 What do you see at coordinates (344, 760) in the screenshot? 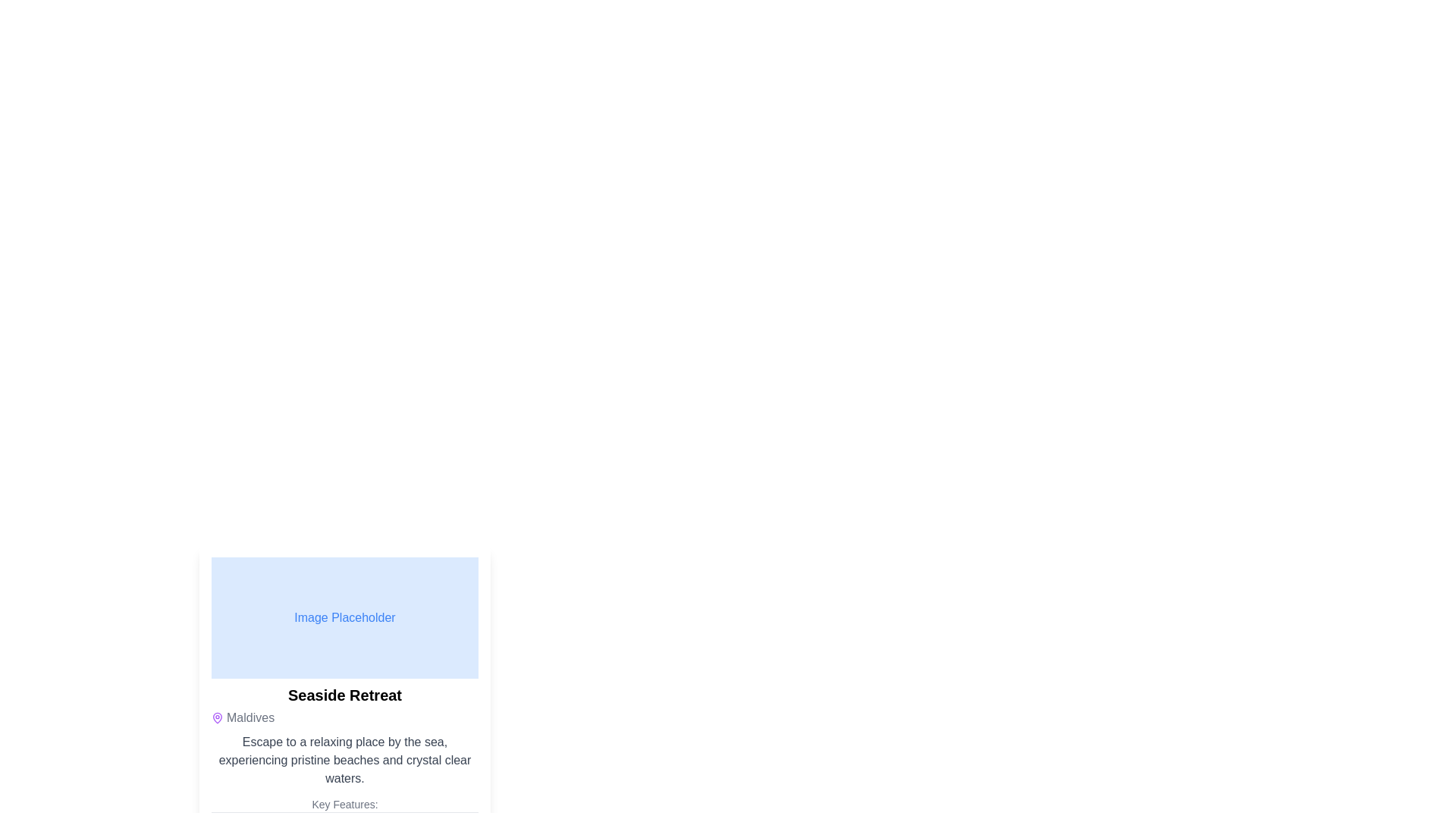
I see `description text located below the title 'Seaside Retreat Maldives' and above the segment titled 'Key Features'` at bounding box center [344, 760].